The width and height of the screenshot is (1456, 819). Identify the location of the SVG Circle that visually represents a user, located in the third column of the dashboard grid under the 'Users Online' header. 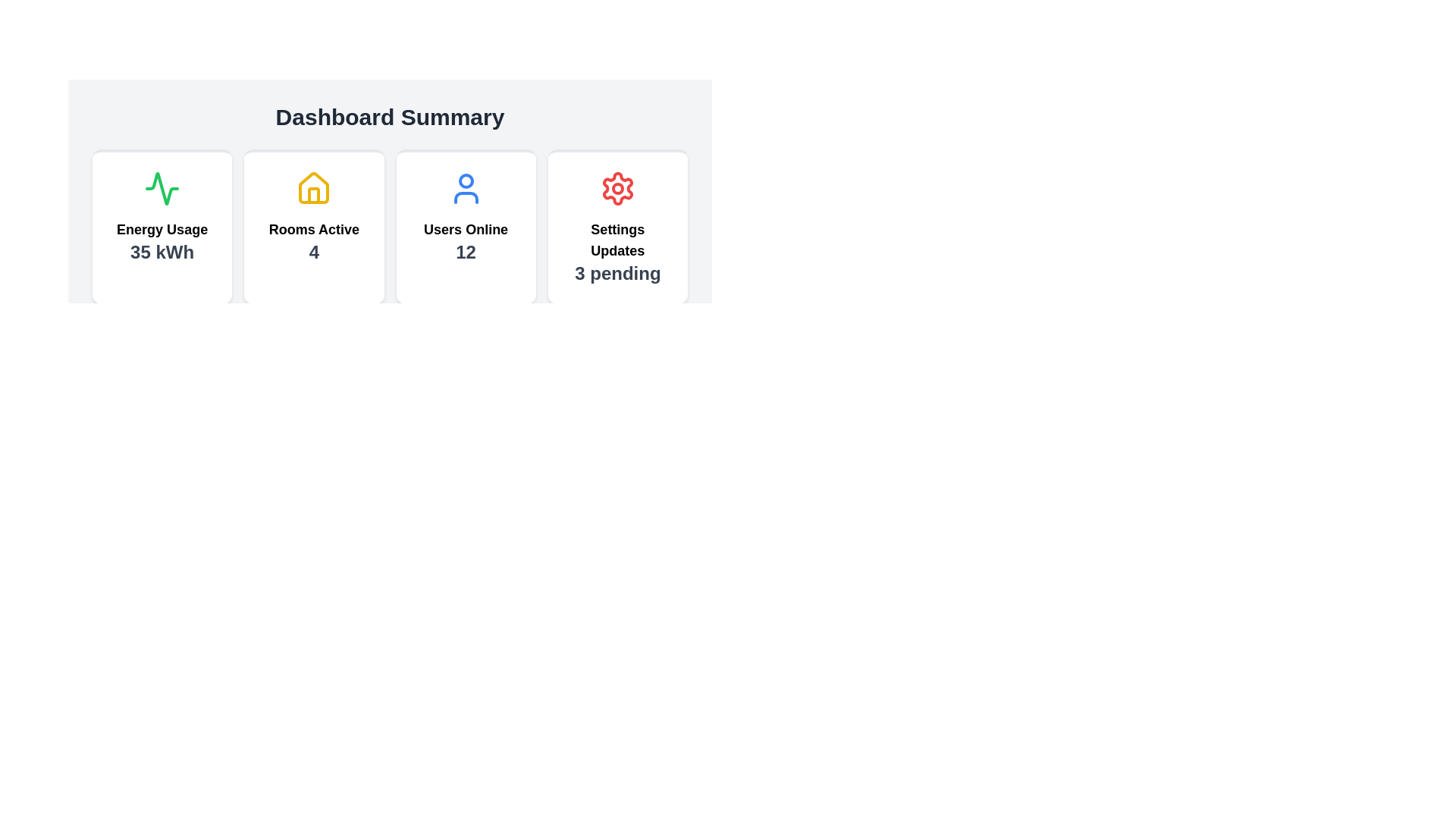
(465, 180).